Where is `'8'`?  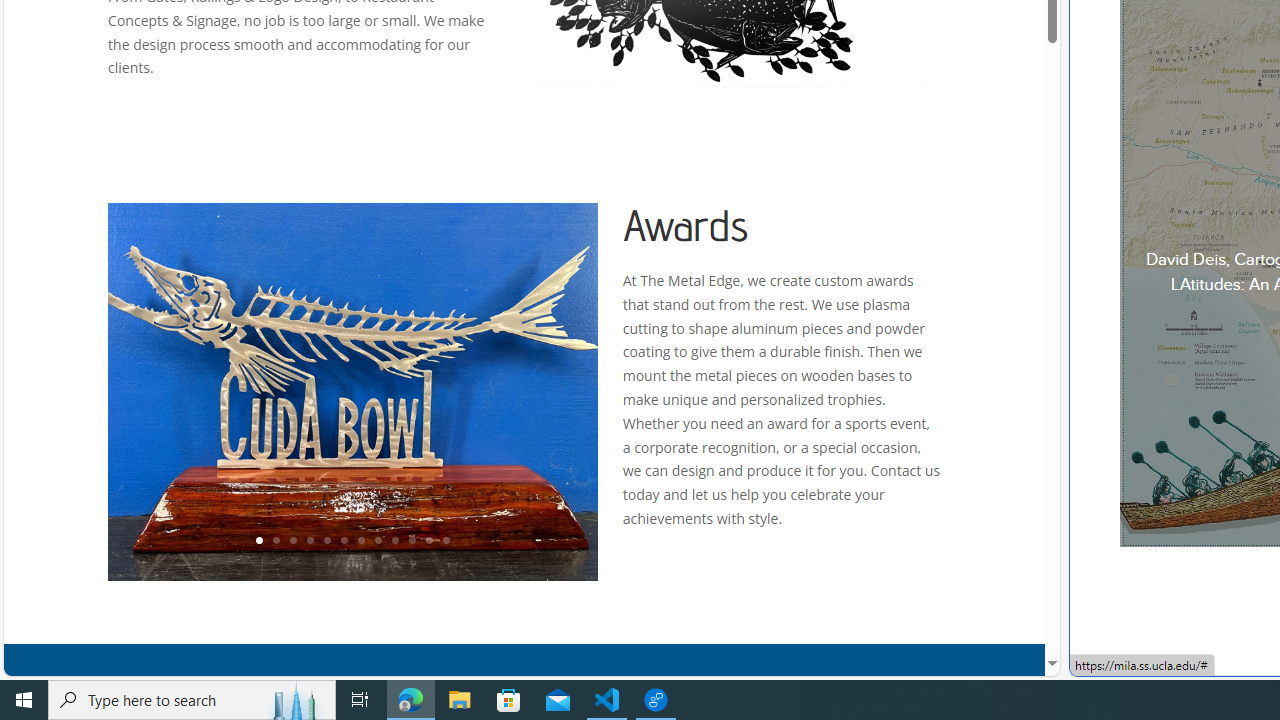 '8' is located at coordinates (377, 541).